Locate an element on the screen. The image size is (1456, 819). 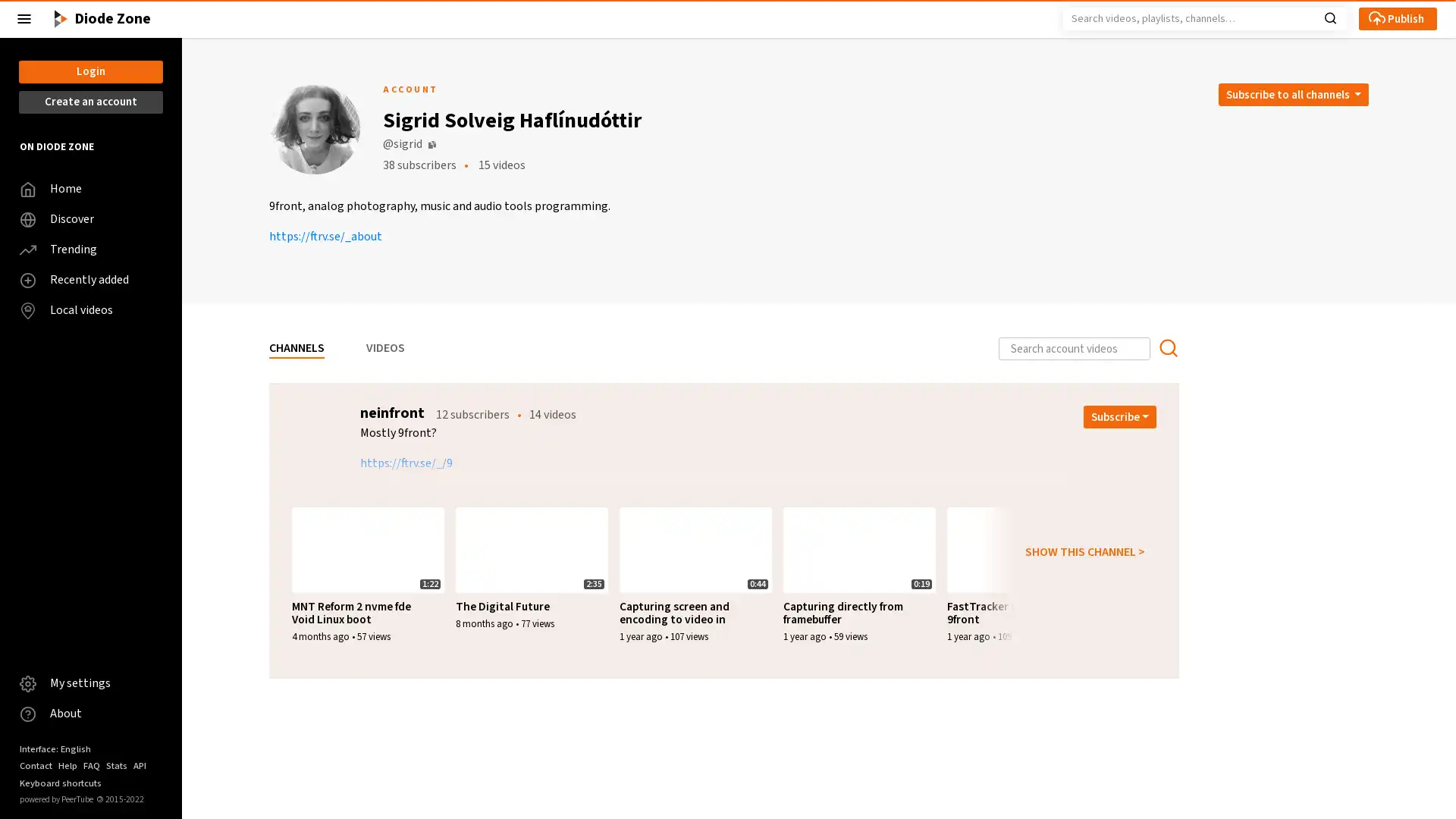
Open subscription dropdown is located at coordinates (1120, 417).